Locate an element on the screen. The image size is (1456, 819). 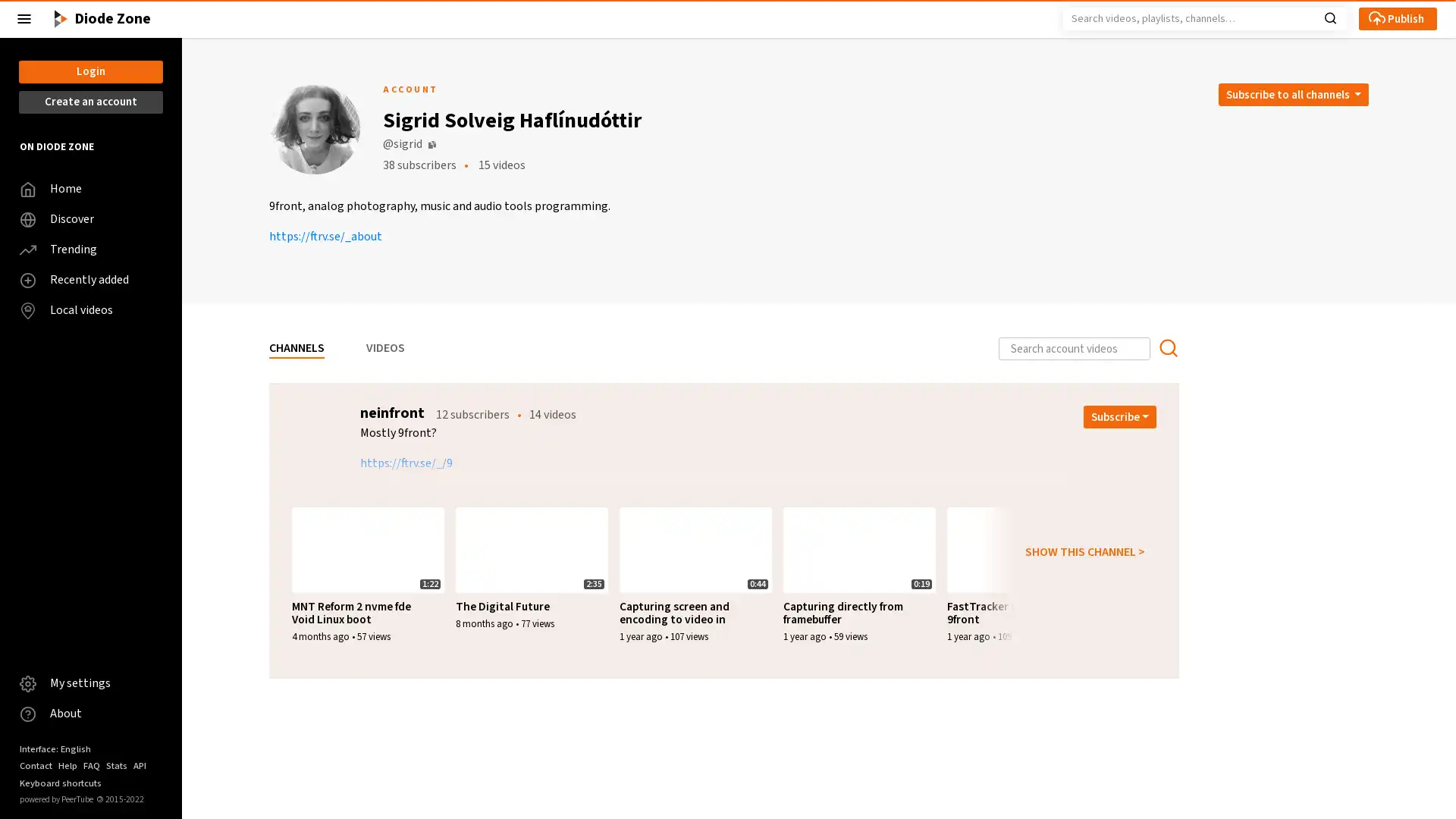
Open subscription dropdown is located at coordinates (1120, 417).